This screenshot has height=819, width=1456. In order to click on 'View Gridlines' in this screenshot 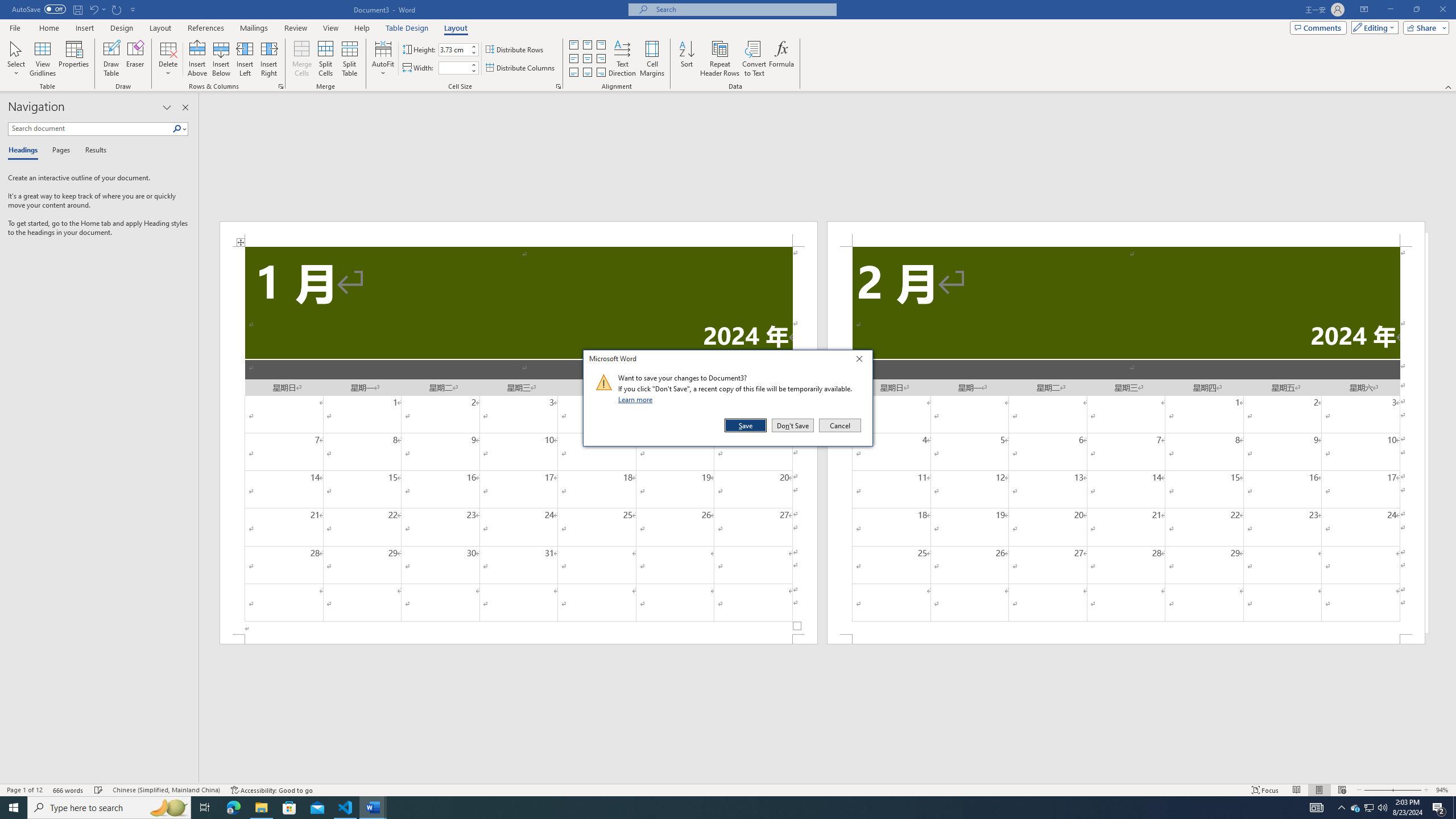, I will do `click(42, 59)`.